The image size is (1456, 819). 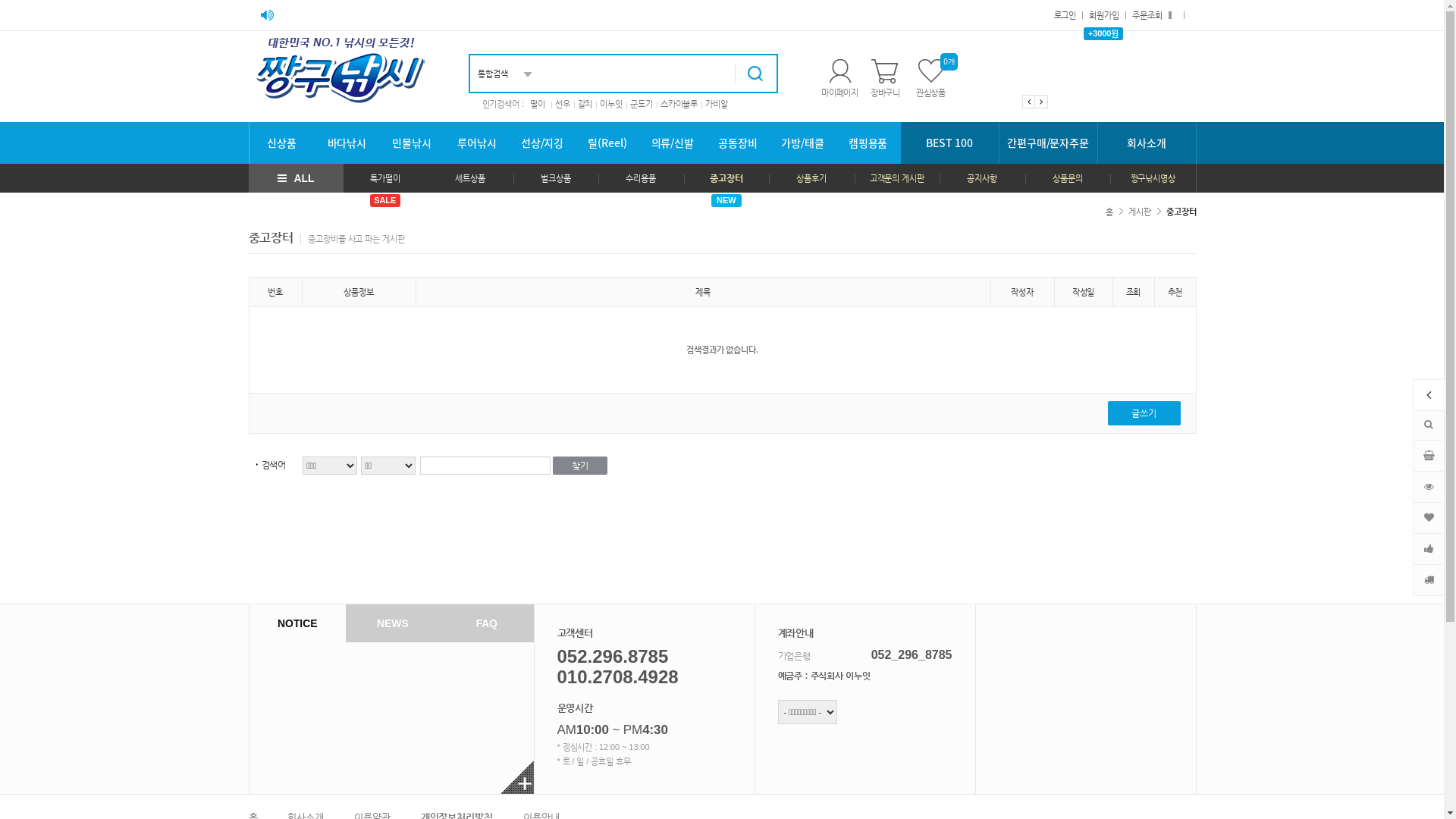 What do you see at coordinates (439, 623) in the screenshot?
I see `'FAQ'` at bounding box center [439, 623].